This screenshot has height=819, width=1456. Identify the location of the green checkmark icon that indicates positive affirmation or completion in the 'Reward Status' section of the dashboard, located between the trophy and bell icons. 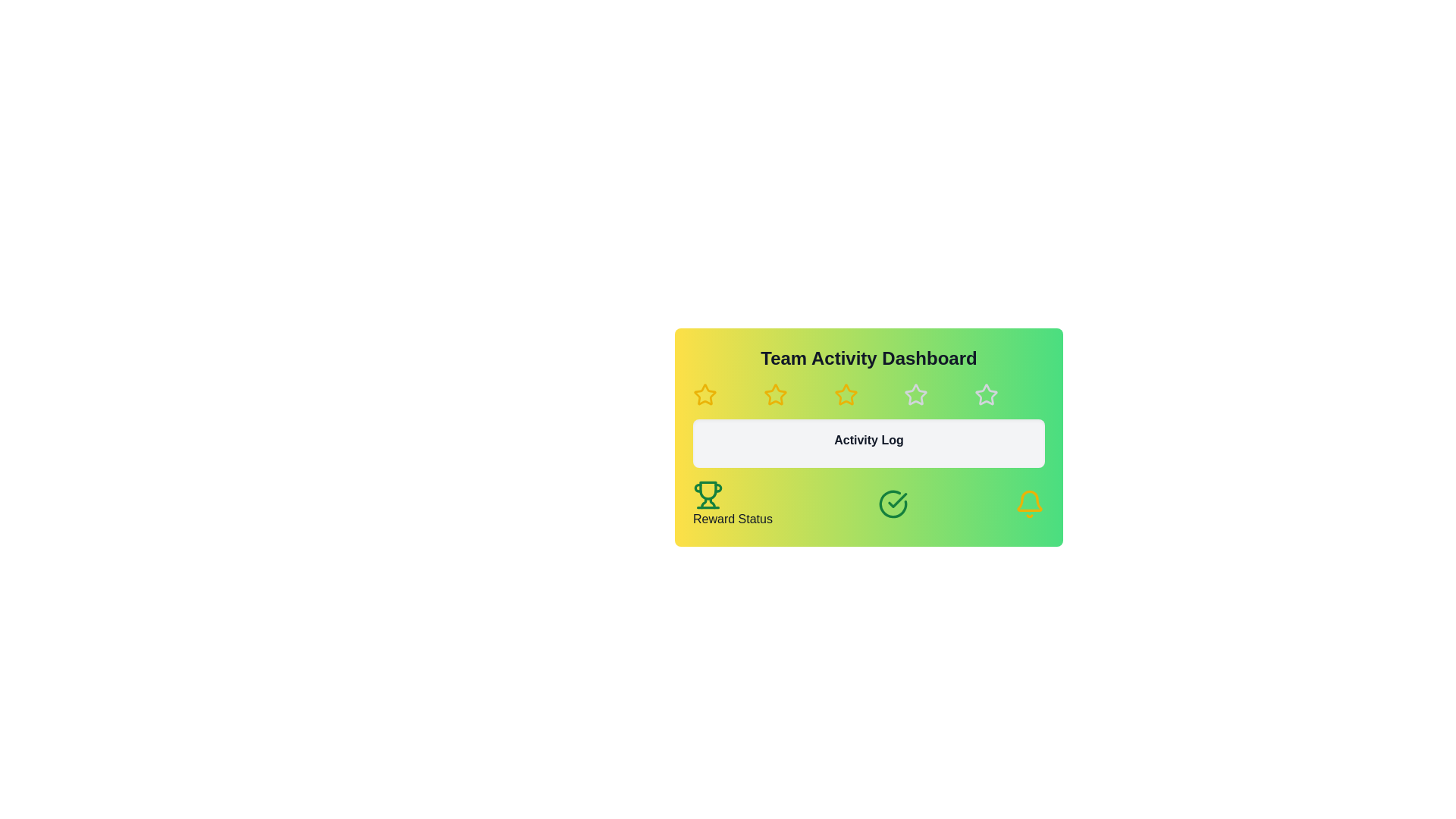
(893, 504).